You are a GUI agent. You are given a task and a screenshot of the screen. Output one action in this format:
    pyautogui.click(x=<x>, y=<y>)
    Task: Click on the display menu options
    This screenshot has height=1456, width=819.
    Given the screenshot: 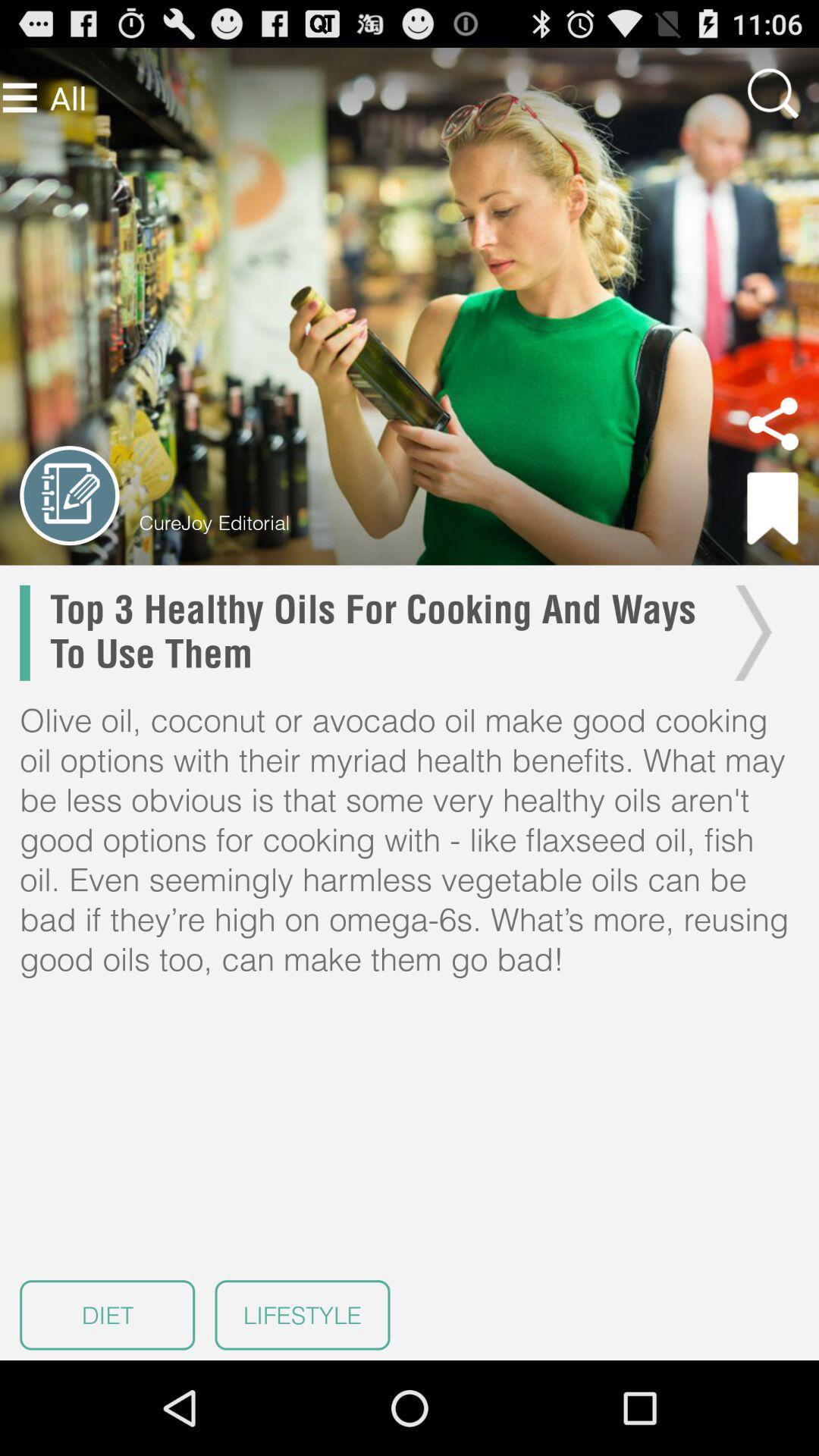 What is the action you would take?
    pyautogui.click(x=20, y=97)
    